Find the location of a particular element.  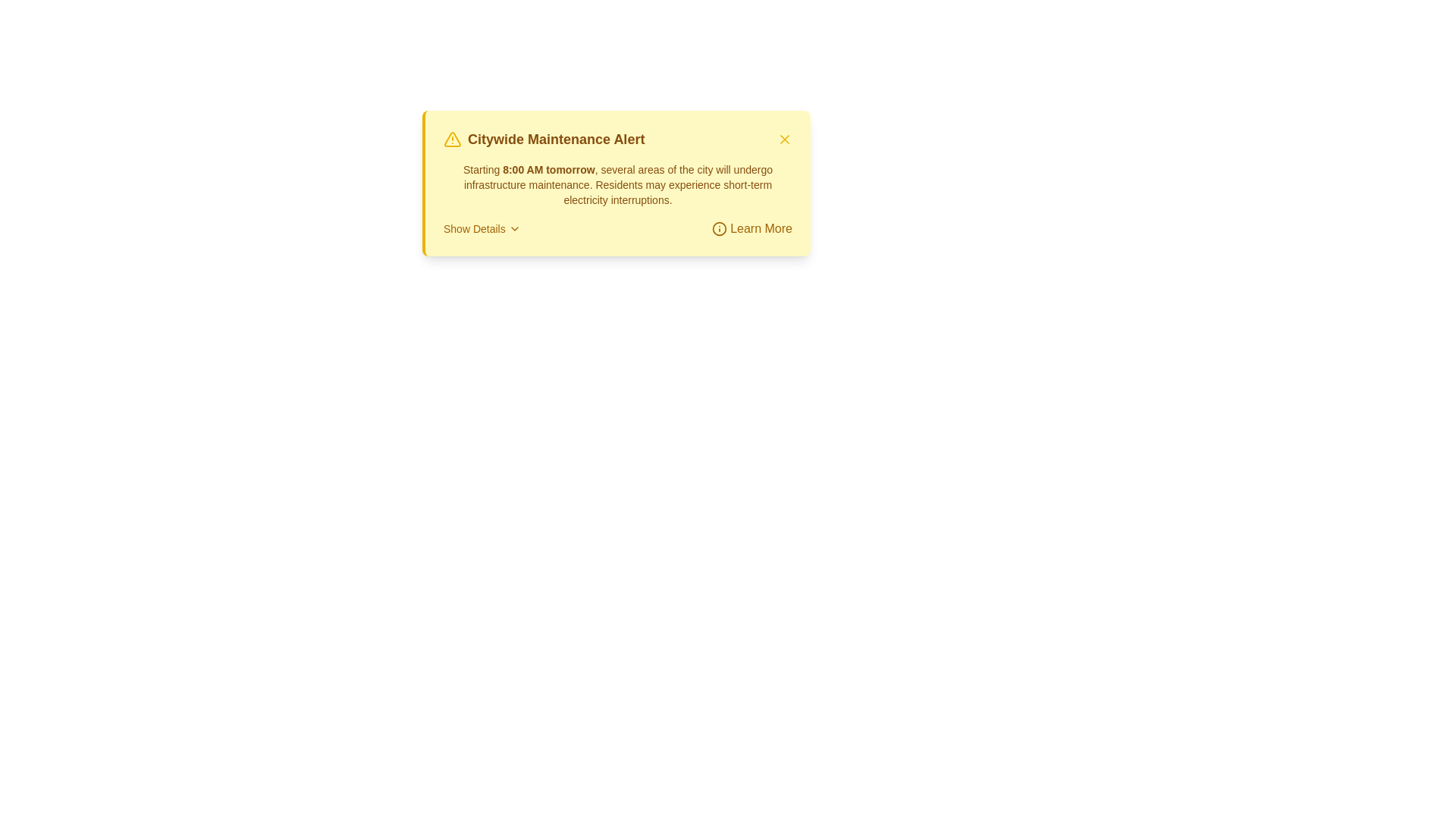

the 'Citywide Maintenance Alert' text label, which is styled in bold yellow font and located in the top-left area of the warning message box, adjacent to the alert icon is located at coordinates (544, 140).